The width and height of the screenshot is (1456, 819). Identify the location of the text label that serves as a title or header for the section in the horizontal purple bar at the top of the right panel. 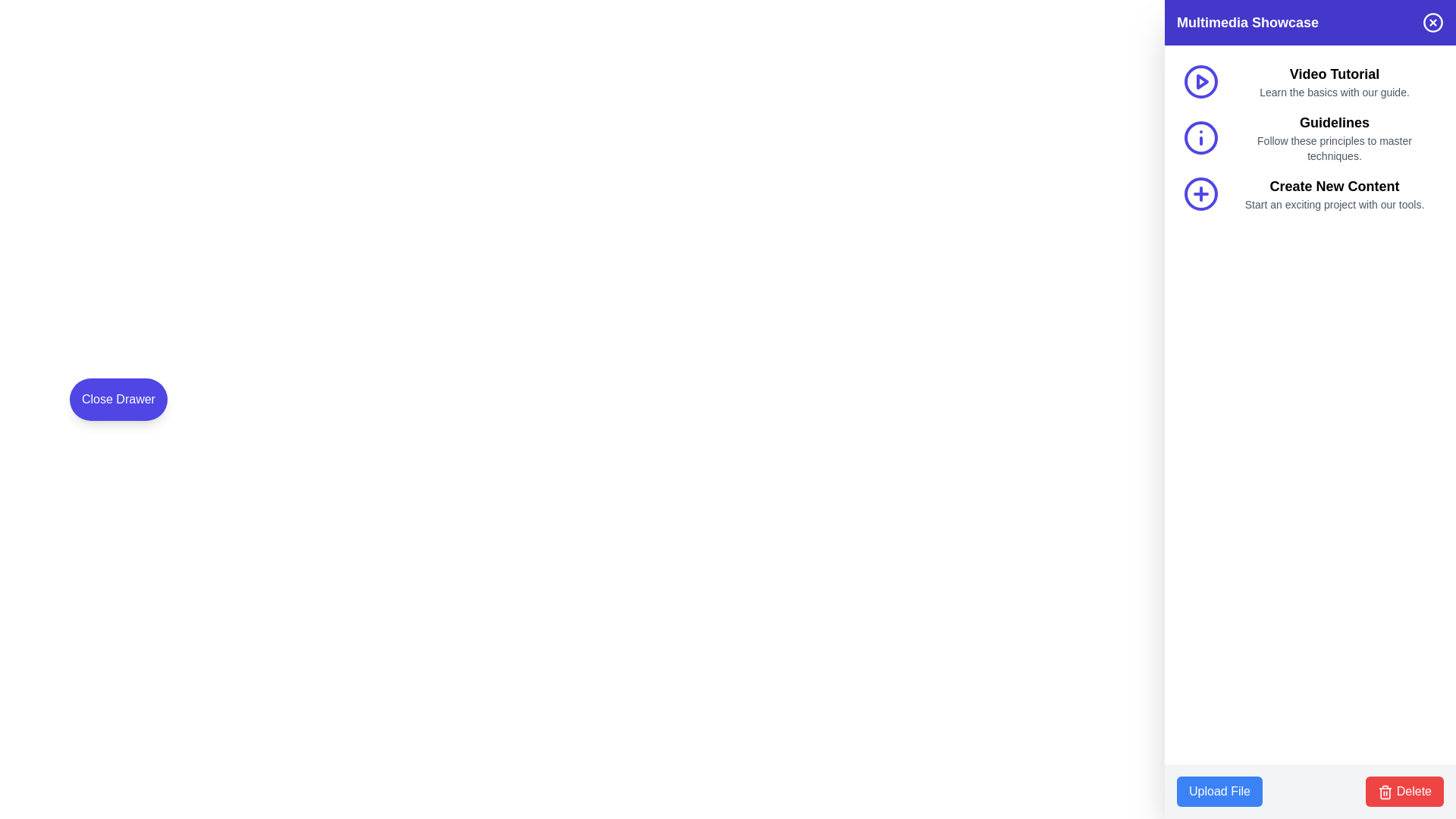
(1247, 23).